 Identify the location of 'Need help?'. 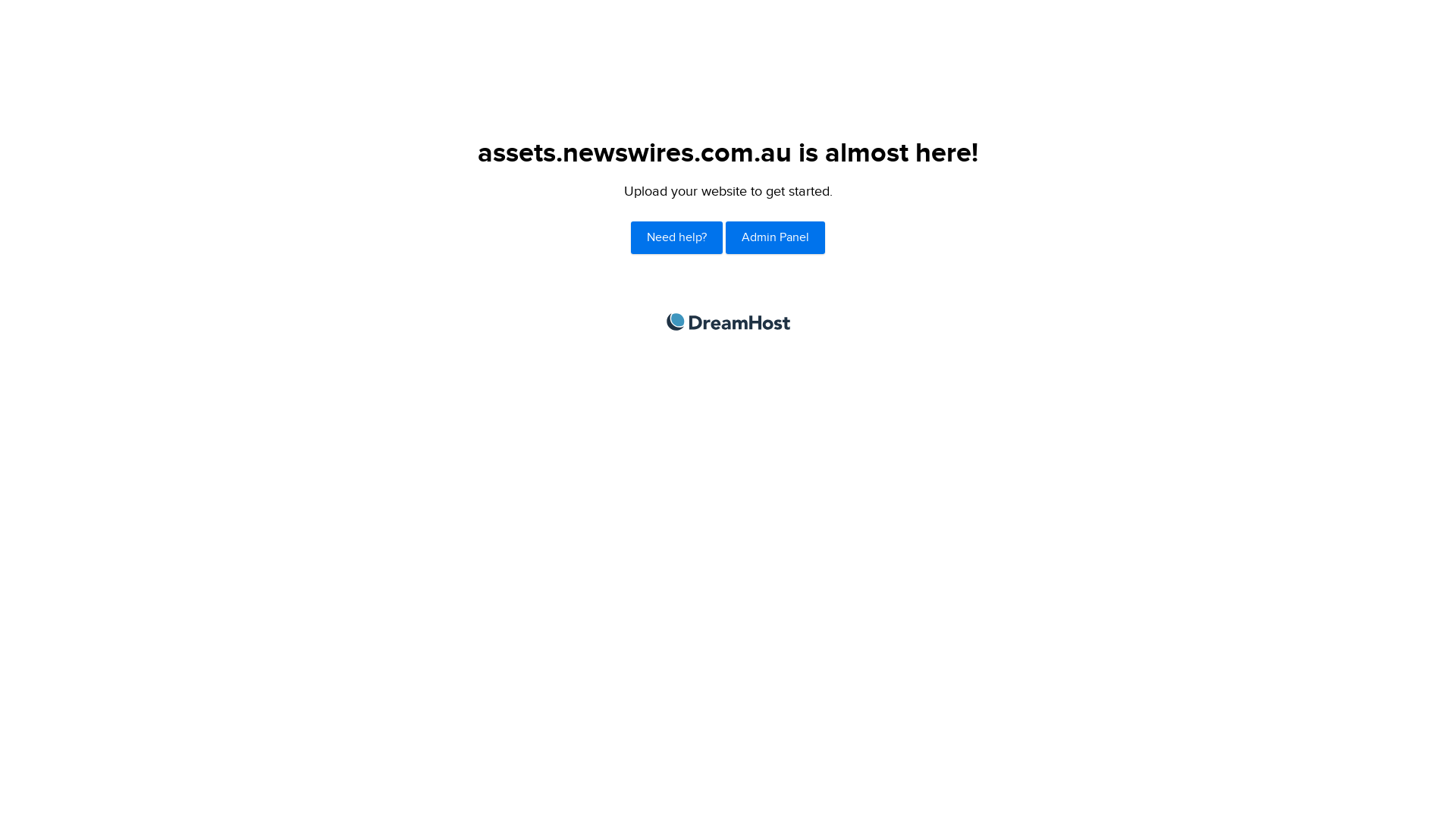
(630, 237).